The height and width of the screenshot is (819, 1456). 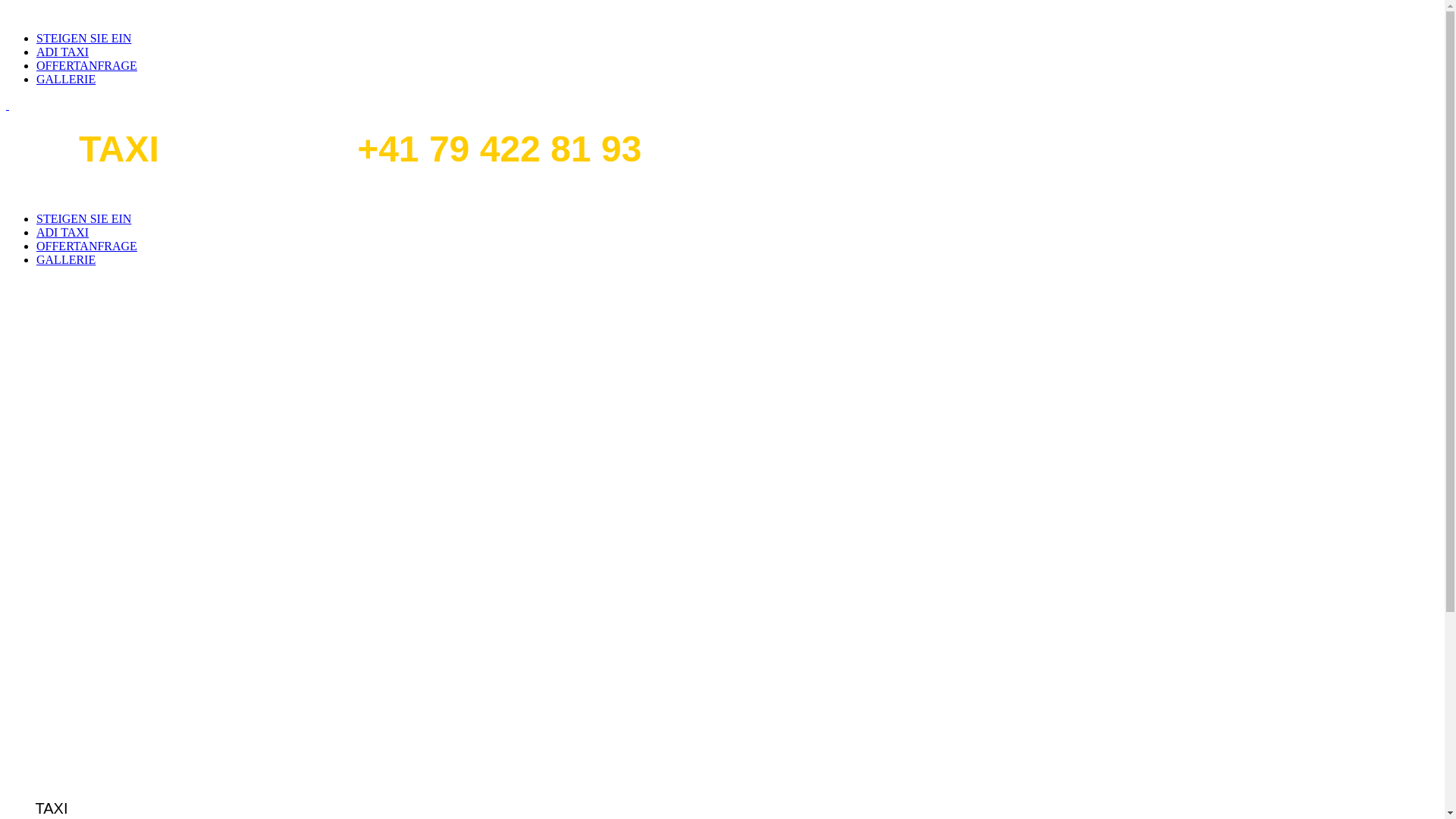 What do you see at coordinates (36, 79) in the screenshot?
I see `'GALLERIE'` at bounding box center [36, 79].